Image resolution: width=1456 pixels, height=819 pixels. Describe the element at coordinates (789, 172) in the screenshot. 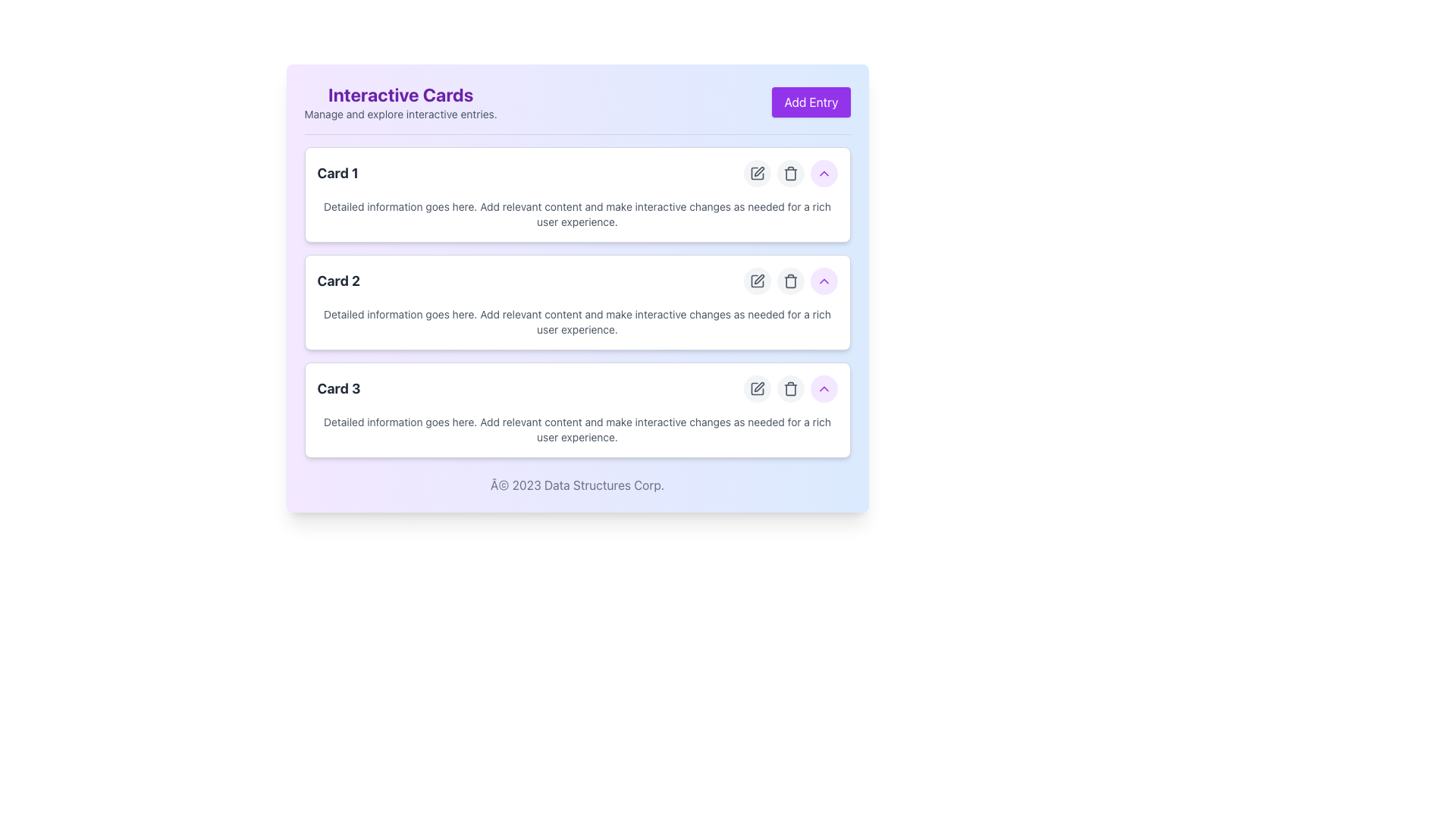

I see `the delete button (Trash Icon) located in the second card, positioned between the edit icon and the arrow icon, to change its background color` at that location.